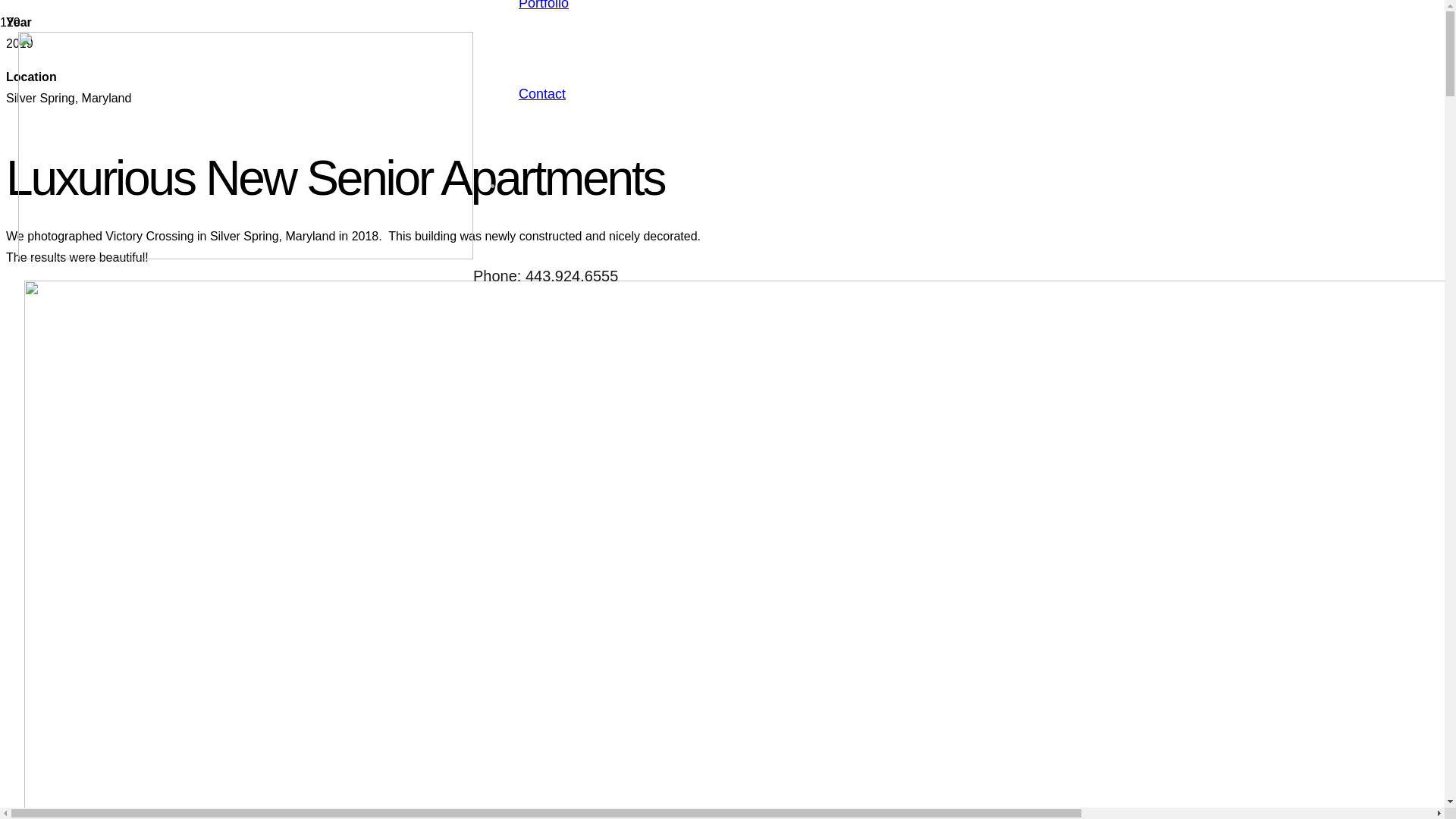  Describe the element at coordinates (542, 93) in the screenshot. I see `'Contact'` at that location.